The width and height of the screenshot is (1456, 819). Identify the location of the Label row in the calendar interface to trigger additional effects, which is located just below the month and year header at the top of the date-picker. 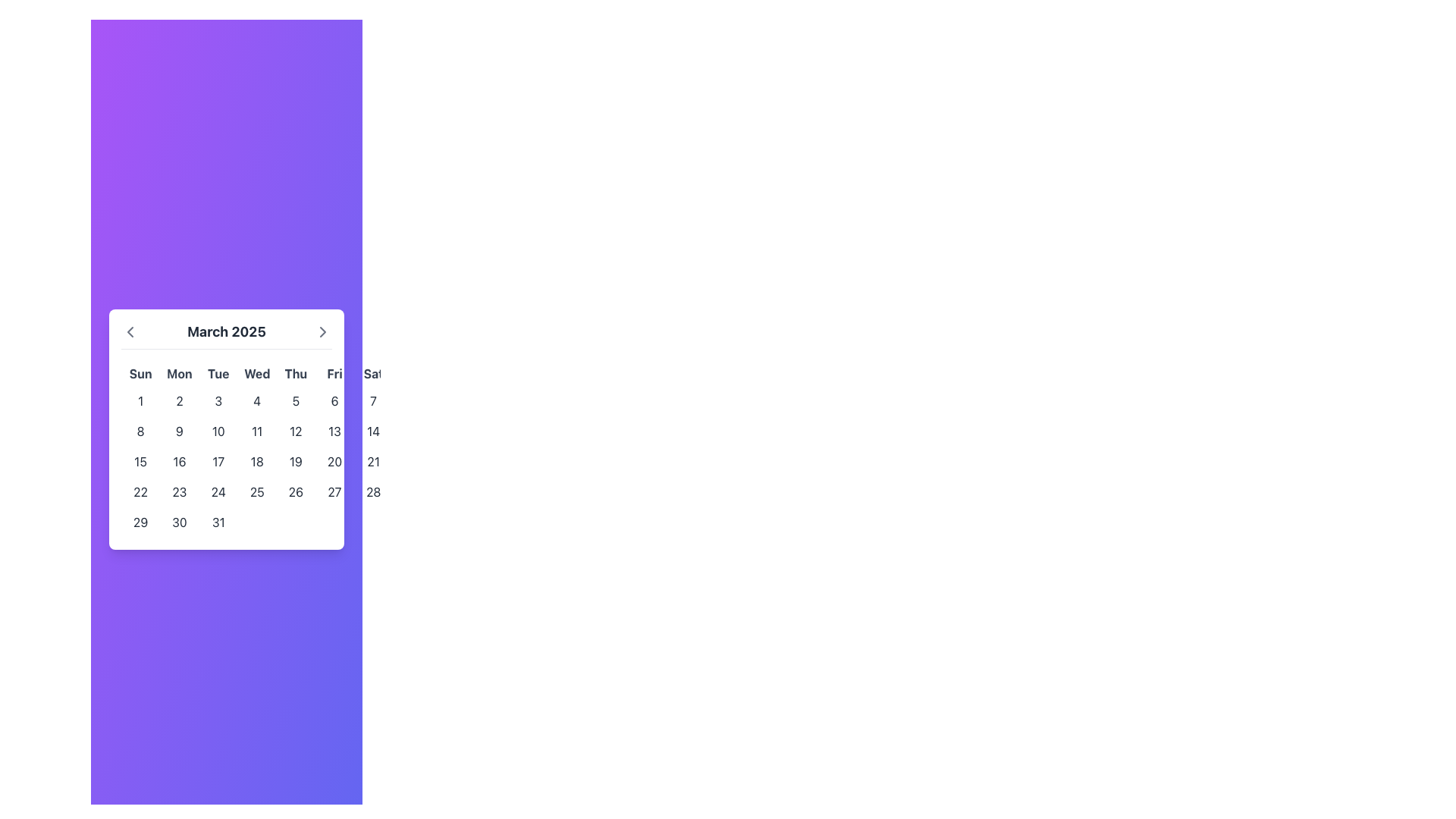
(257, 373).